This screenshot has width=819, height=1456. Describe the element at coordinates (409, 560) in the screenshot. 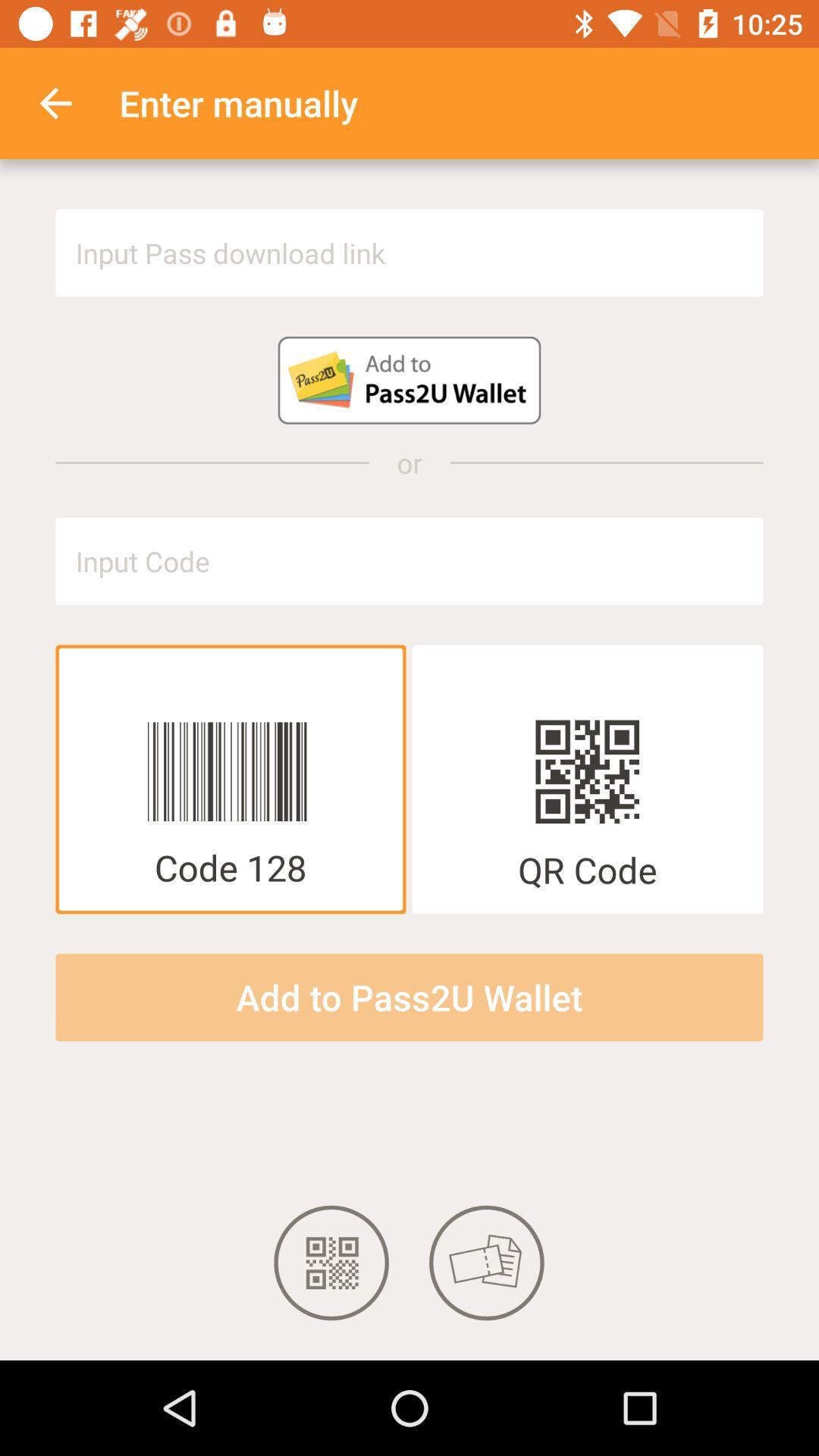

I see `the input code` at that location.